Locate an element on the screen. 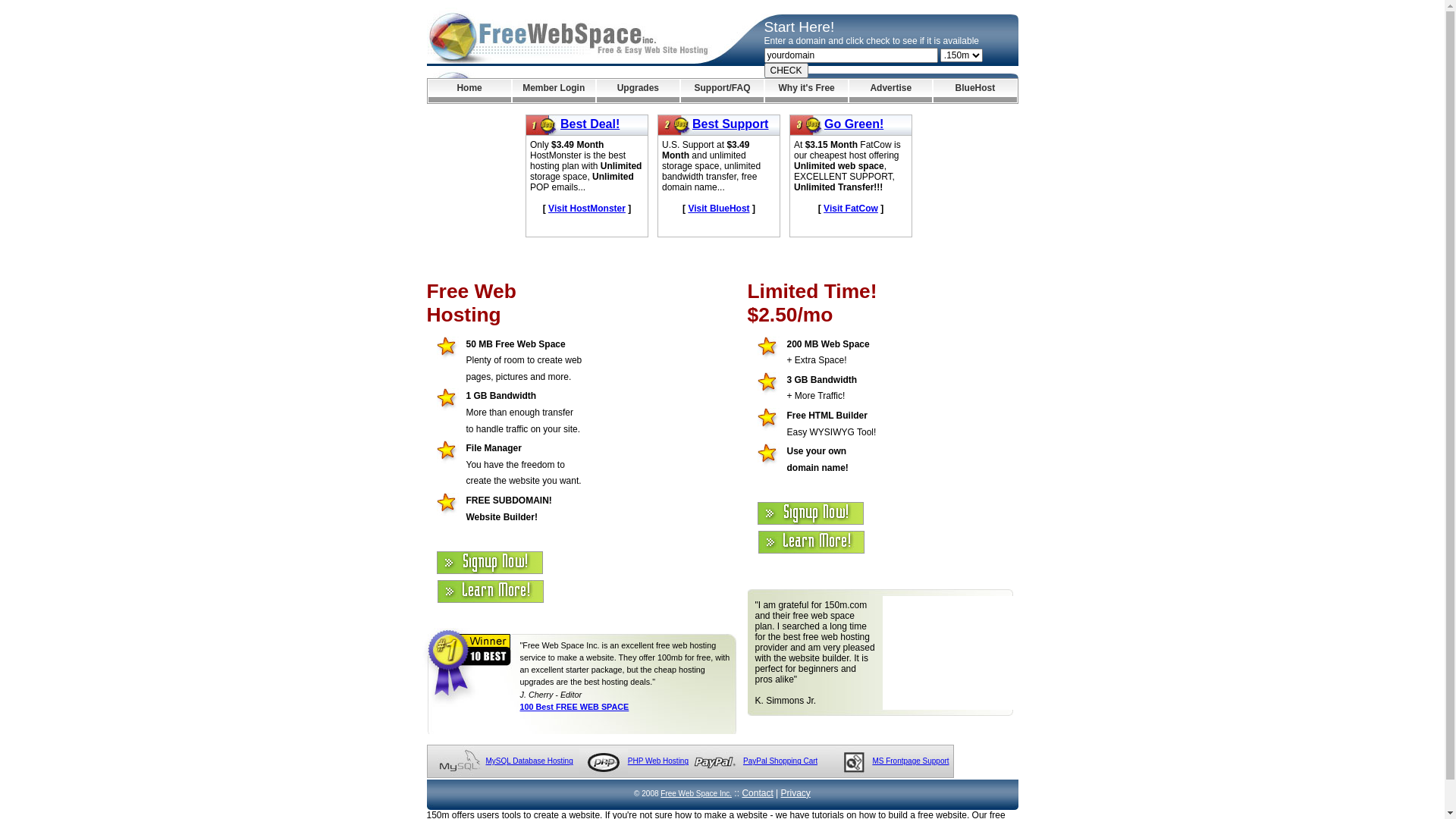 The width and height of the screenshot is (1456, 819). 'Advertise' is located at coordinates (848, 90).